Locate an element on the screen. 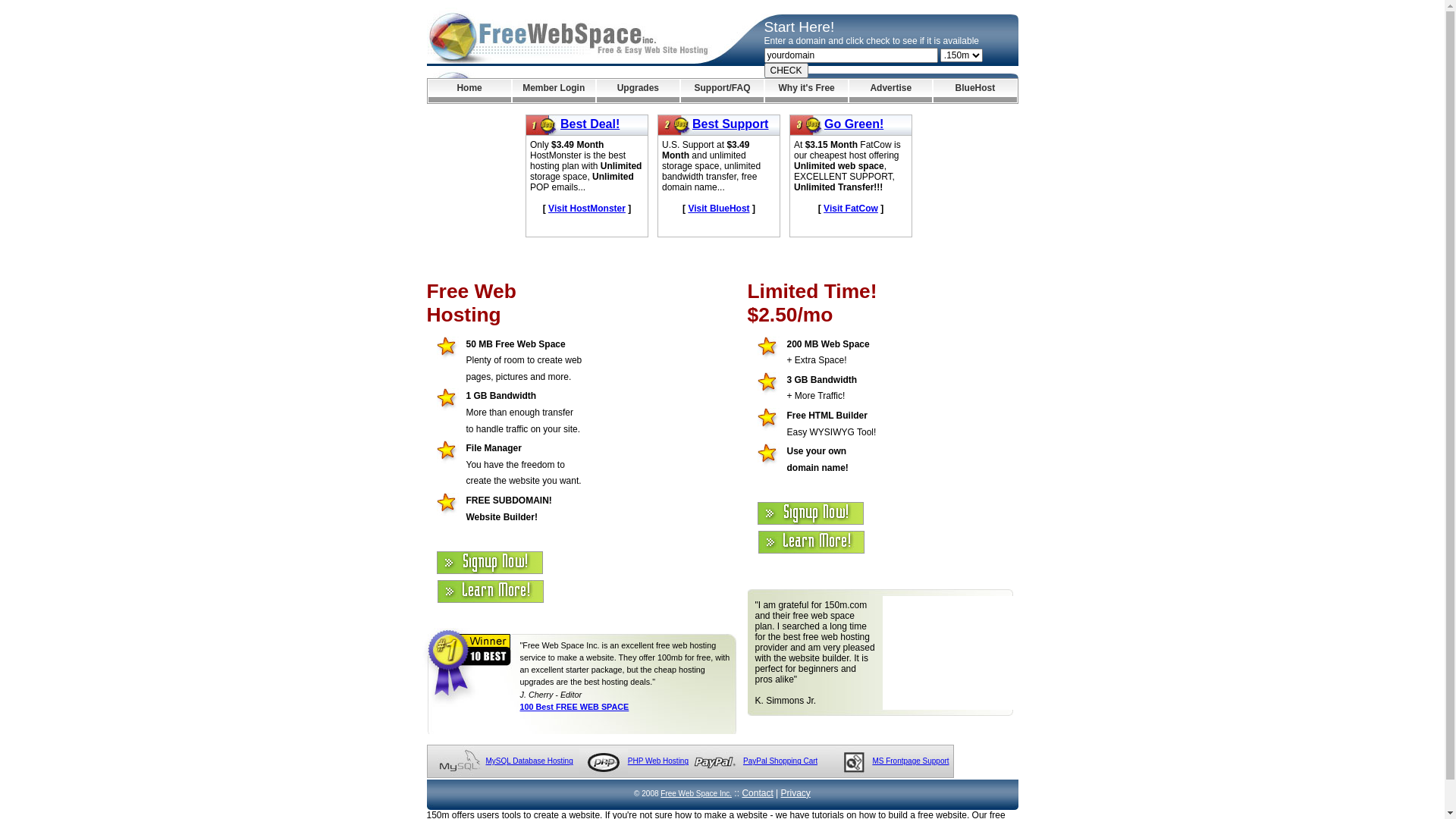 The width and height of the screenshot is (1456, 819). 'Advertise' is located at coordinates (848, 90).